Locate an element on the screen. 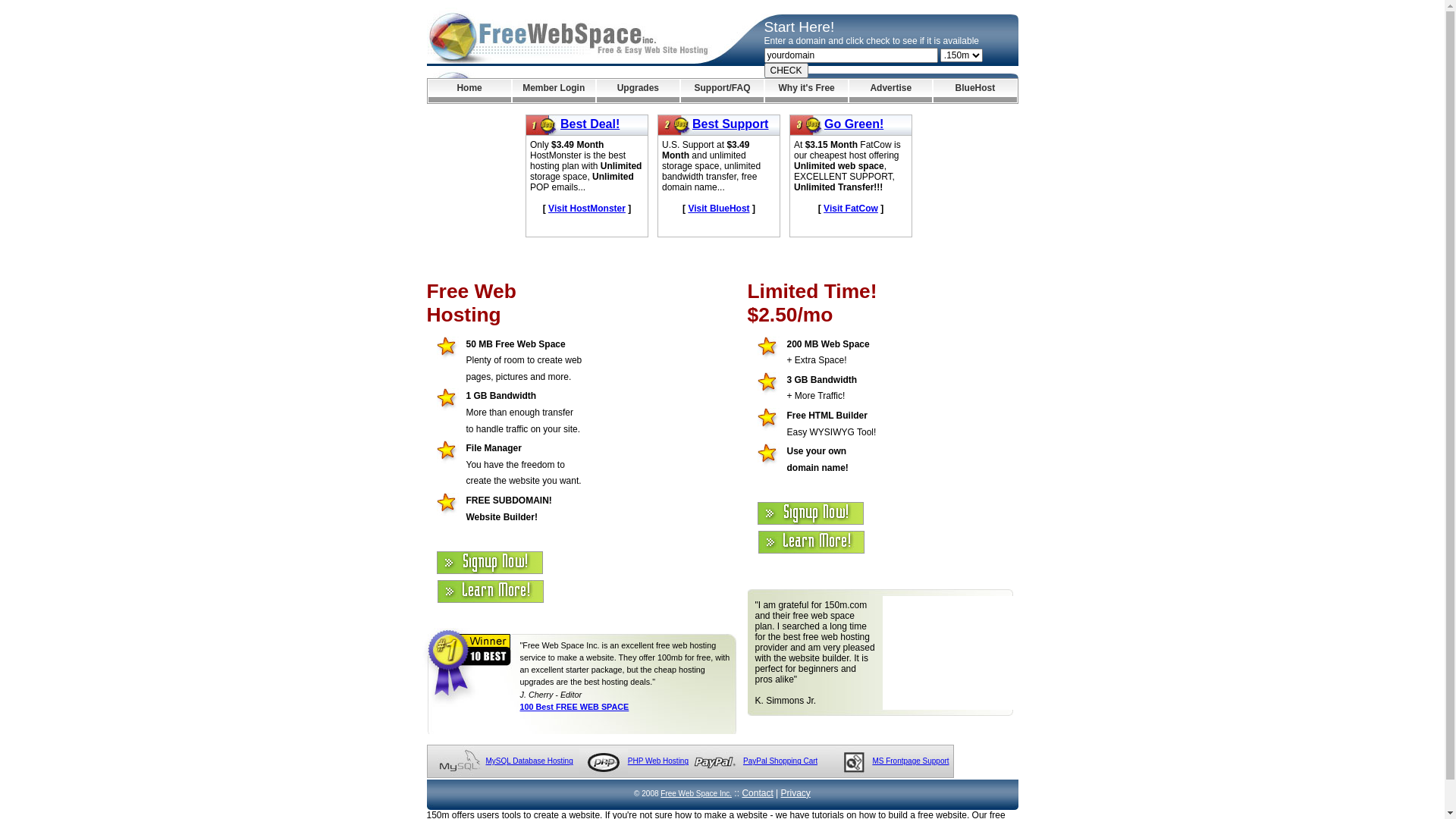 The width and height of the screenshot is (1456, 819). 'Advertise' is located at coordinates (848, 90).